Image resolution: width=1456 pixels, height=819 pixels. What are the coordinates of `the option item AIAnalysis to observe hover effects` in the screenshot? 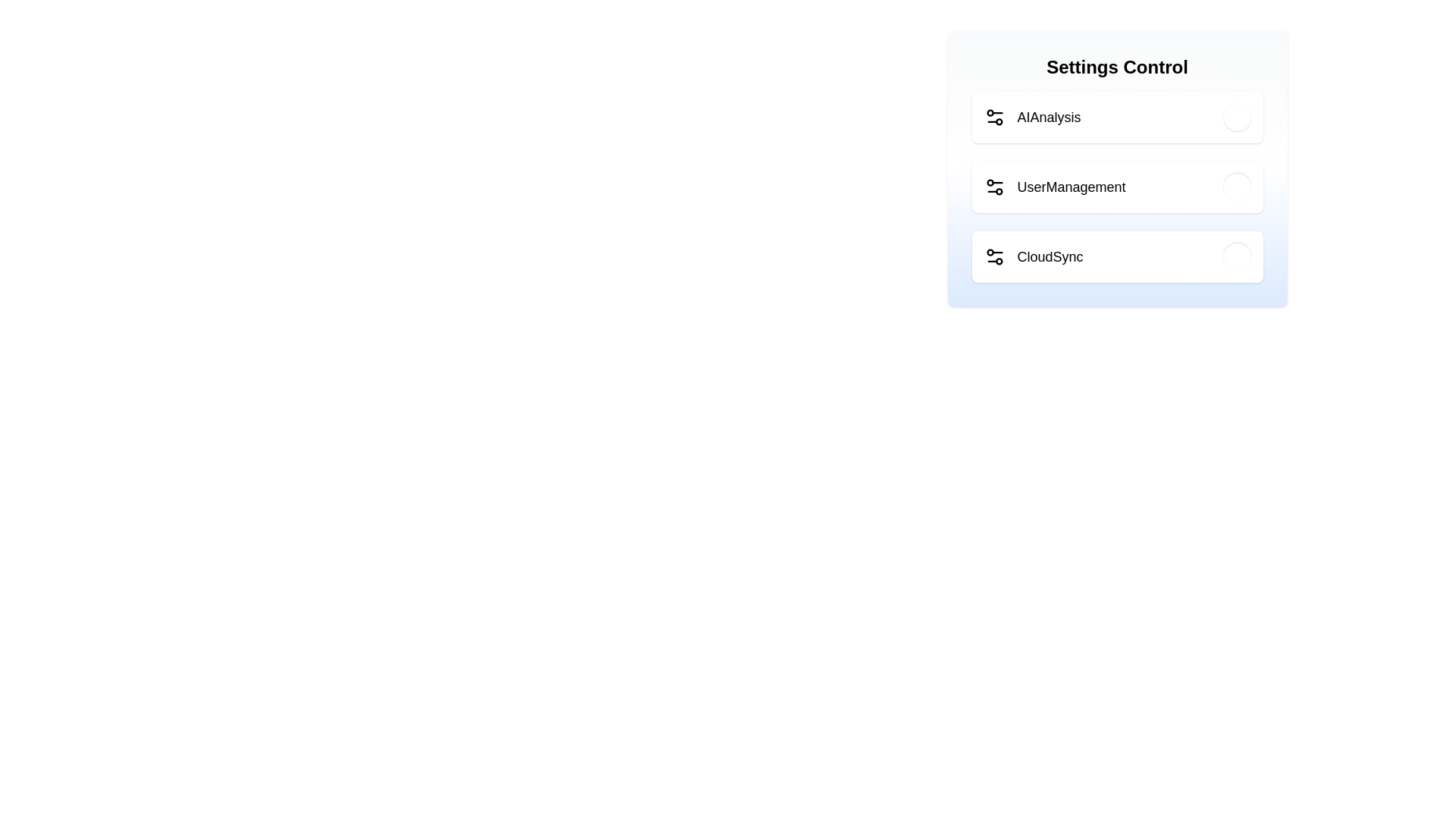 It's located at (1117, 116).